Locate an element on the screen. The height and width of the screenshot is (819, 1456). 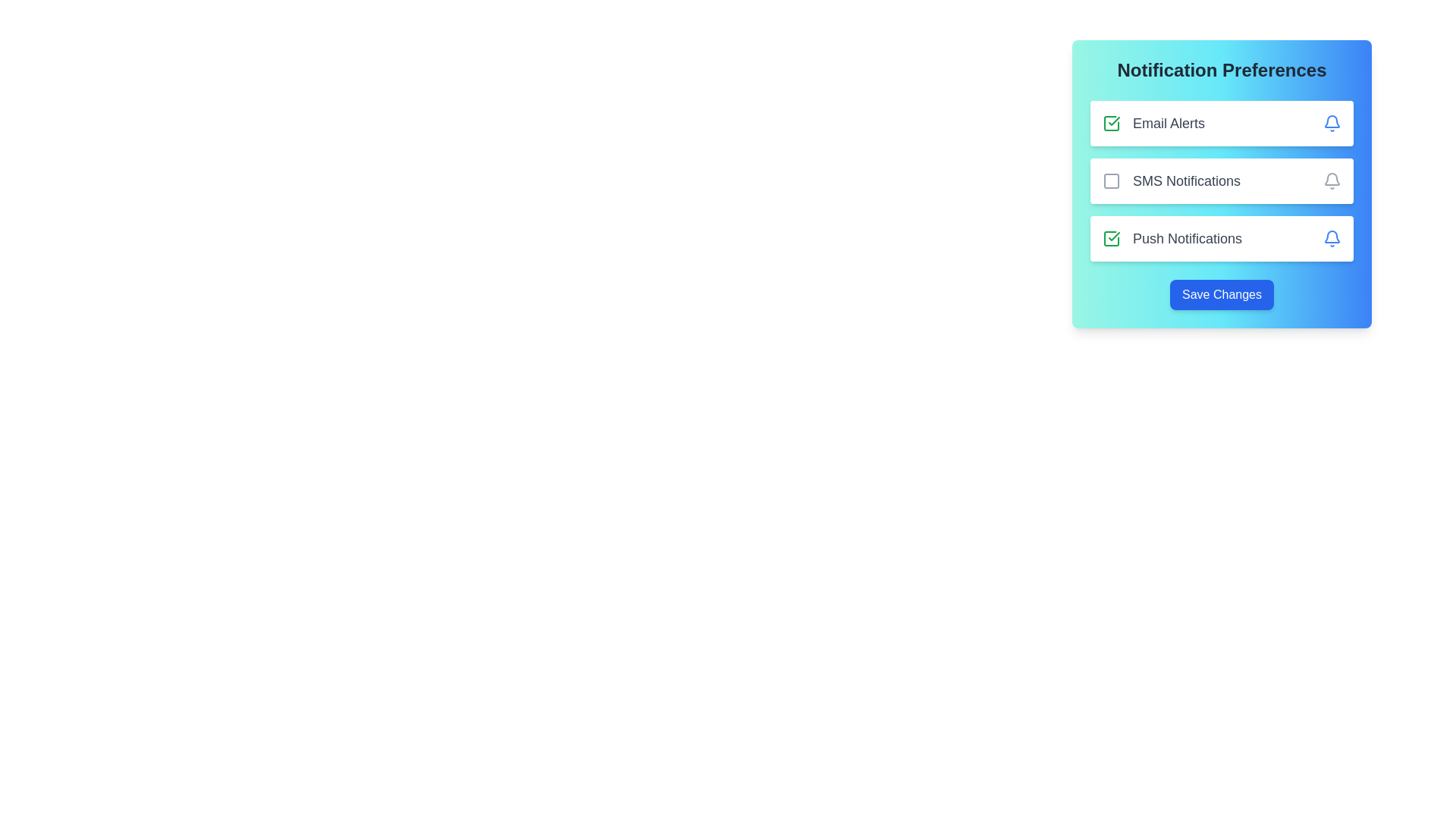
the bell icon at the far right side of the 'SMS Notifications' row to customize notification preferences is located at coordinates (1331, 180).